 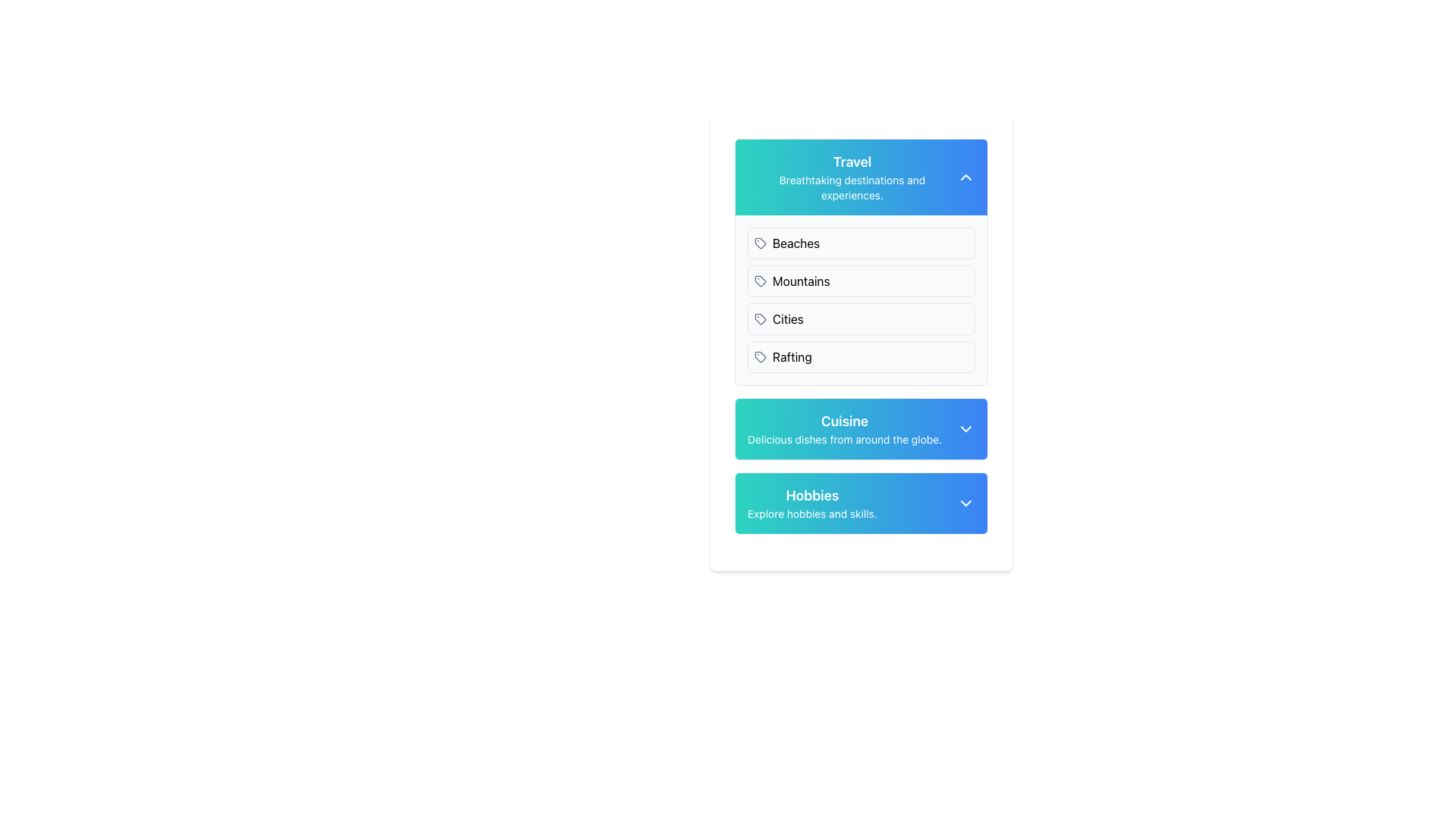 I want to click on the collapsible button located at the bottom of the vertically stacked list of sections, so click(x=861, y=503).